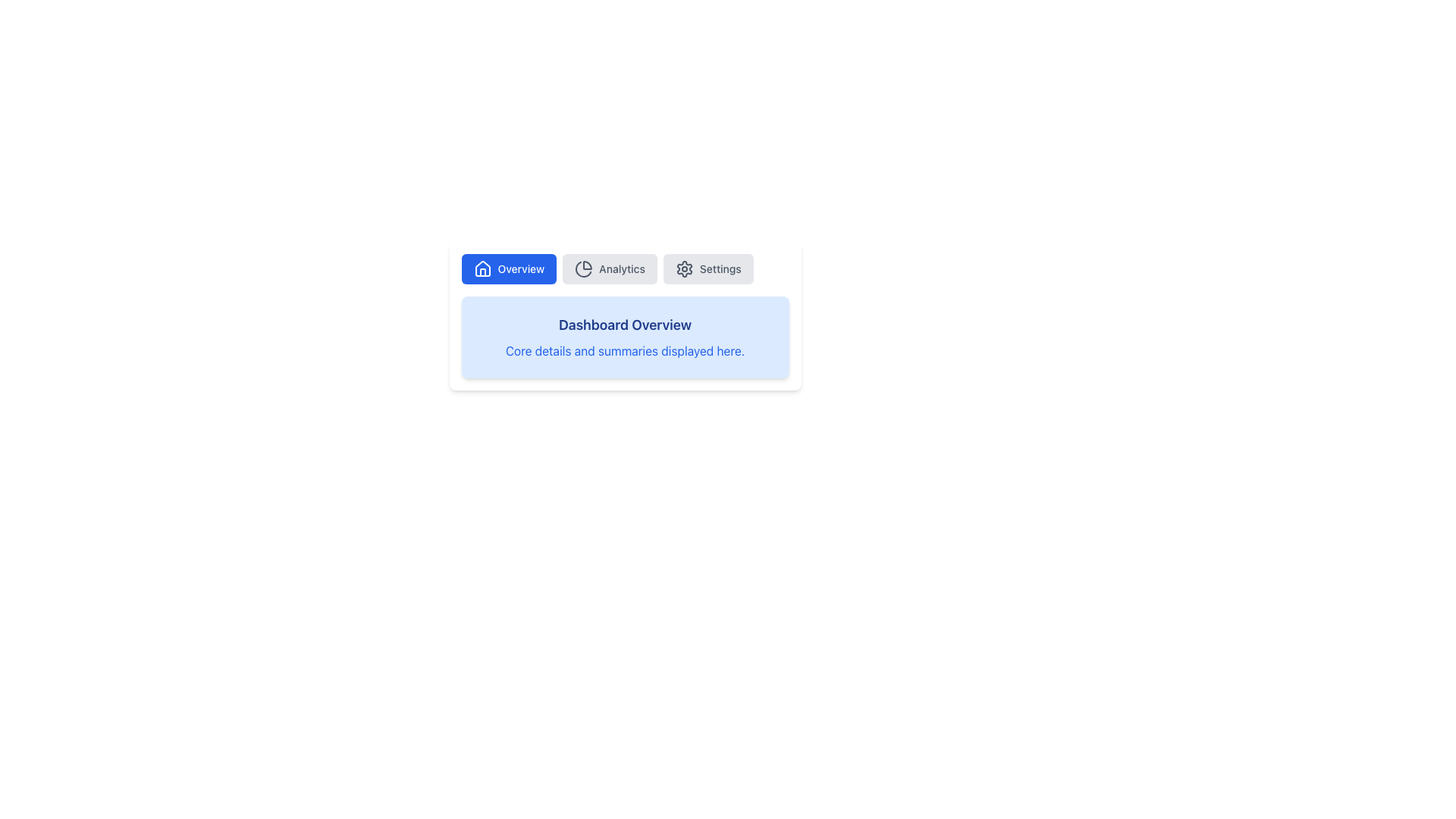 This screenshot has width=1456, height=819. What do you see at coordinates (683, 268) in the screenshot?
I see `the cogwheel icon representing 'Settings' in the toolbar` at bounding box center [683, 268].